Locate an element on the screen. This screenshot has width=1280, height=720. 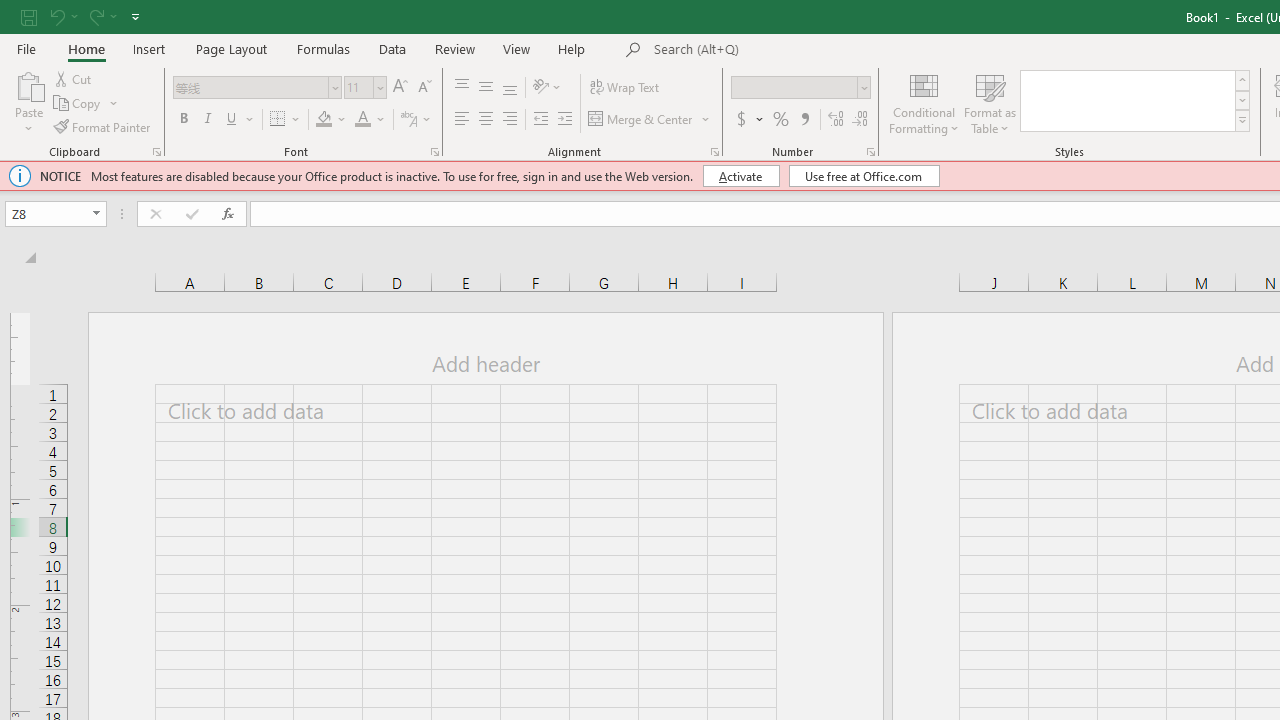
'Center' is located at coordinates (485, 119).